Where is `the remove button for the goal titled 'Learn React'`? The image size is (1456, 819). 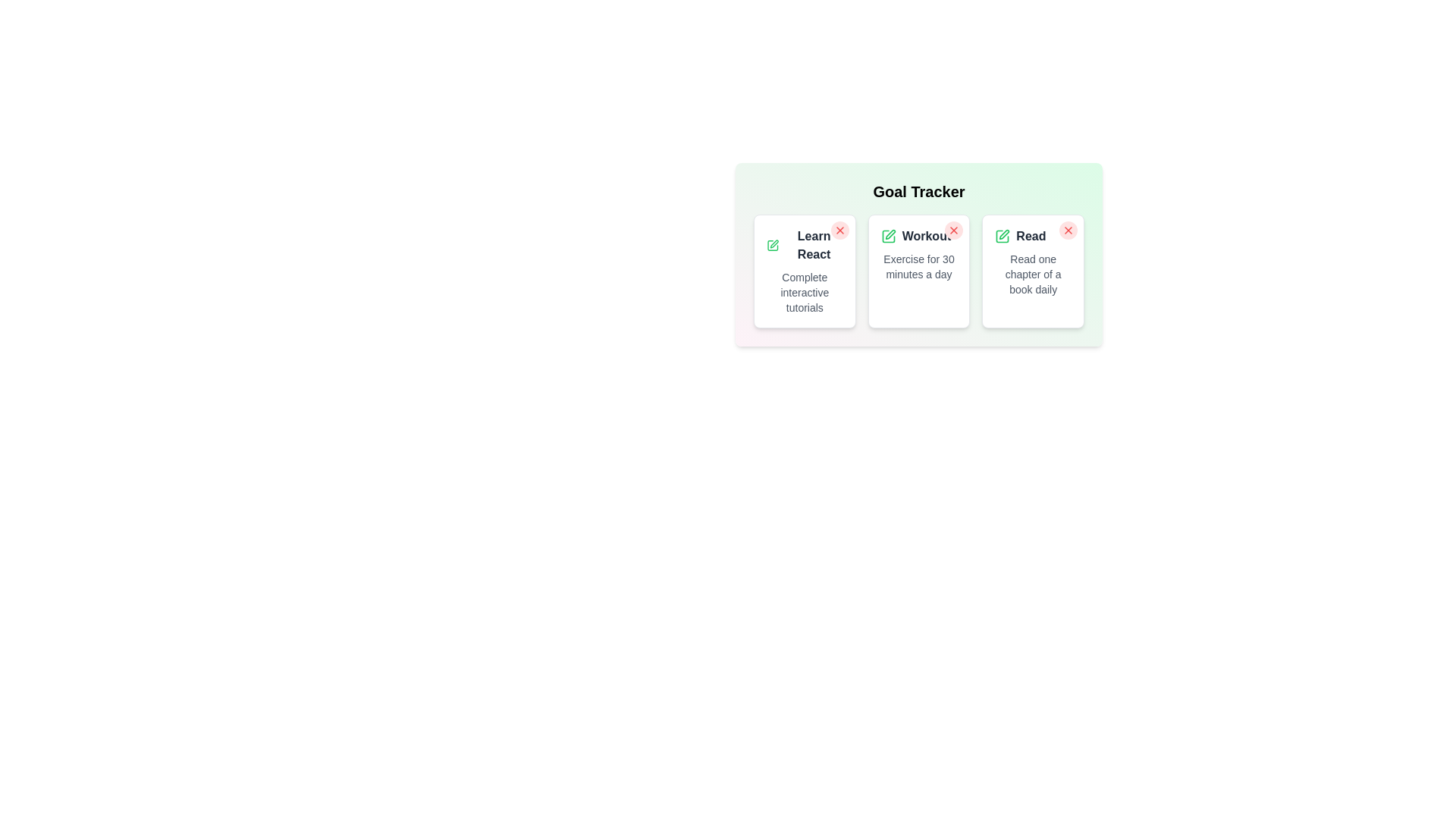 the remove button for the goal titled 'Learn React' is located at coordinates (839, 231).